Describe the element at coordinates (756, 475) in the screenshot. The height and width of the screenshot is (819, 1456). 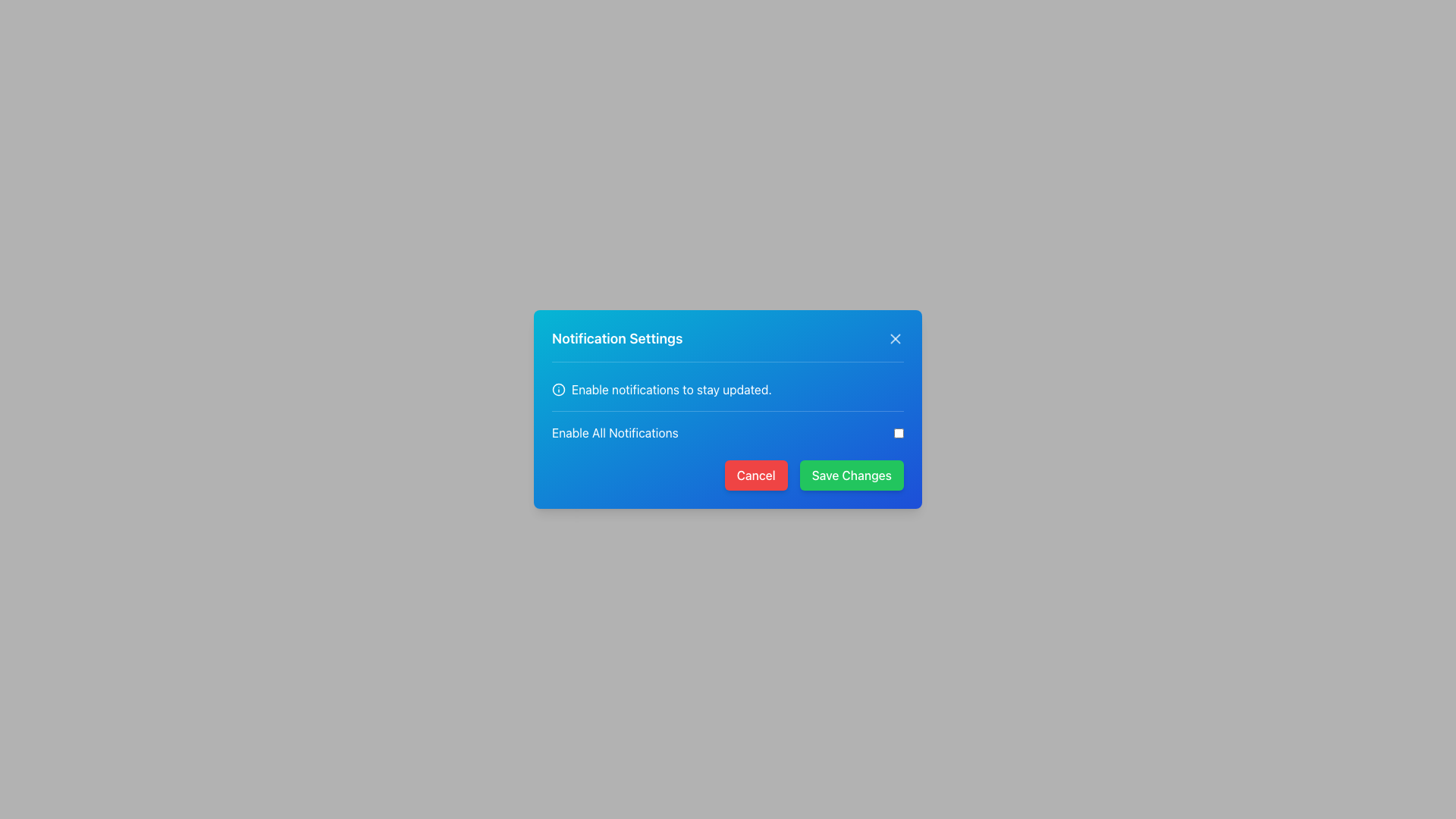
I see `the red rectangular 'Cancel' button located in the lower right corner of the notification panel` at that location.